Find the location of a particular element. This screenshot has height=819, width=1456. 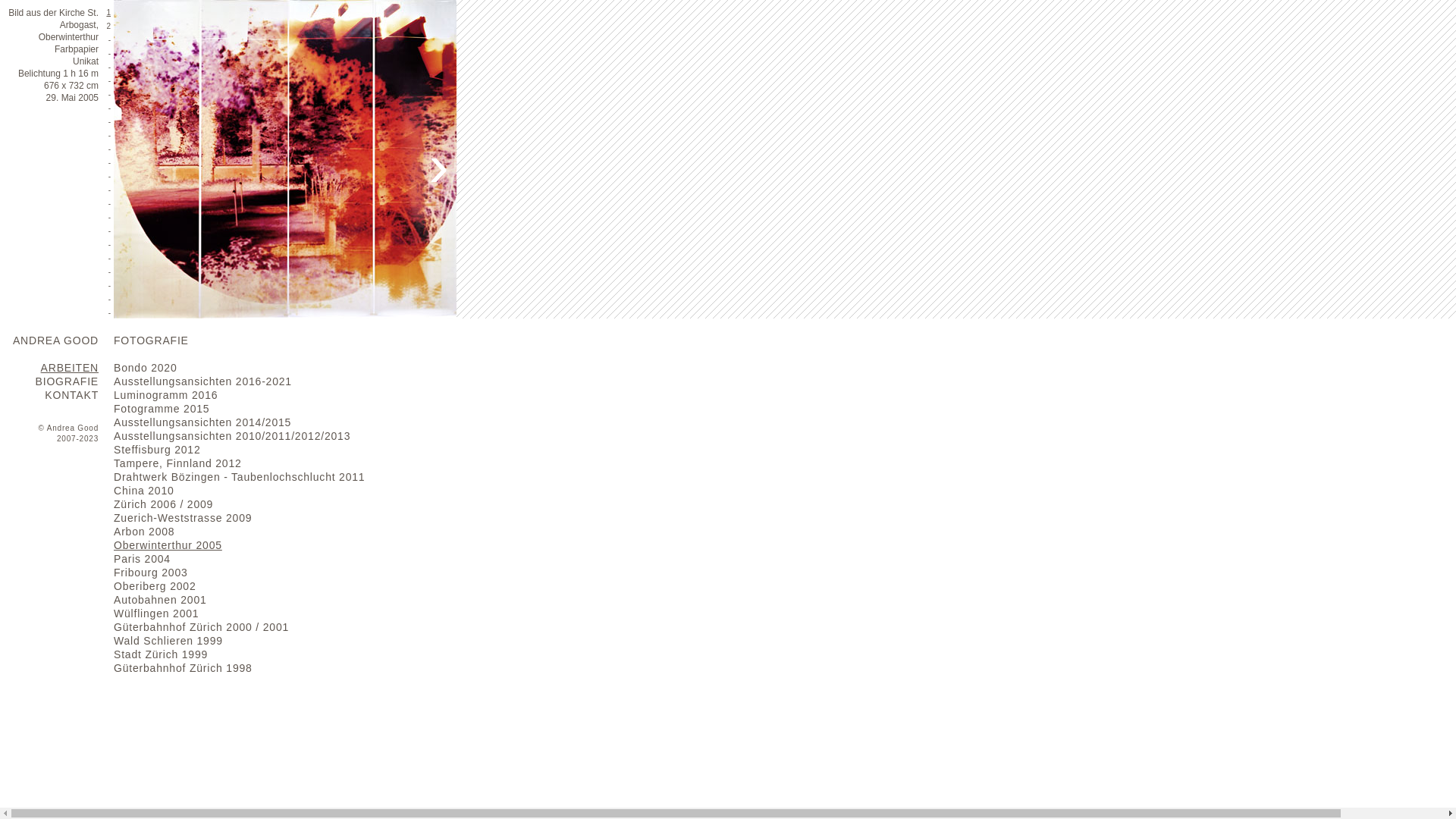

'Paris 2004' is located at coordinates (142, 558).